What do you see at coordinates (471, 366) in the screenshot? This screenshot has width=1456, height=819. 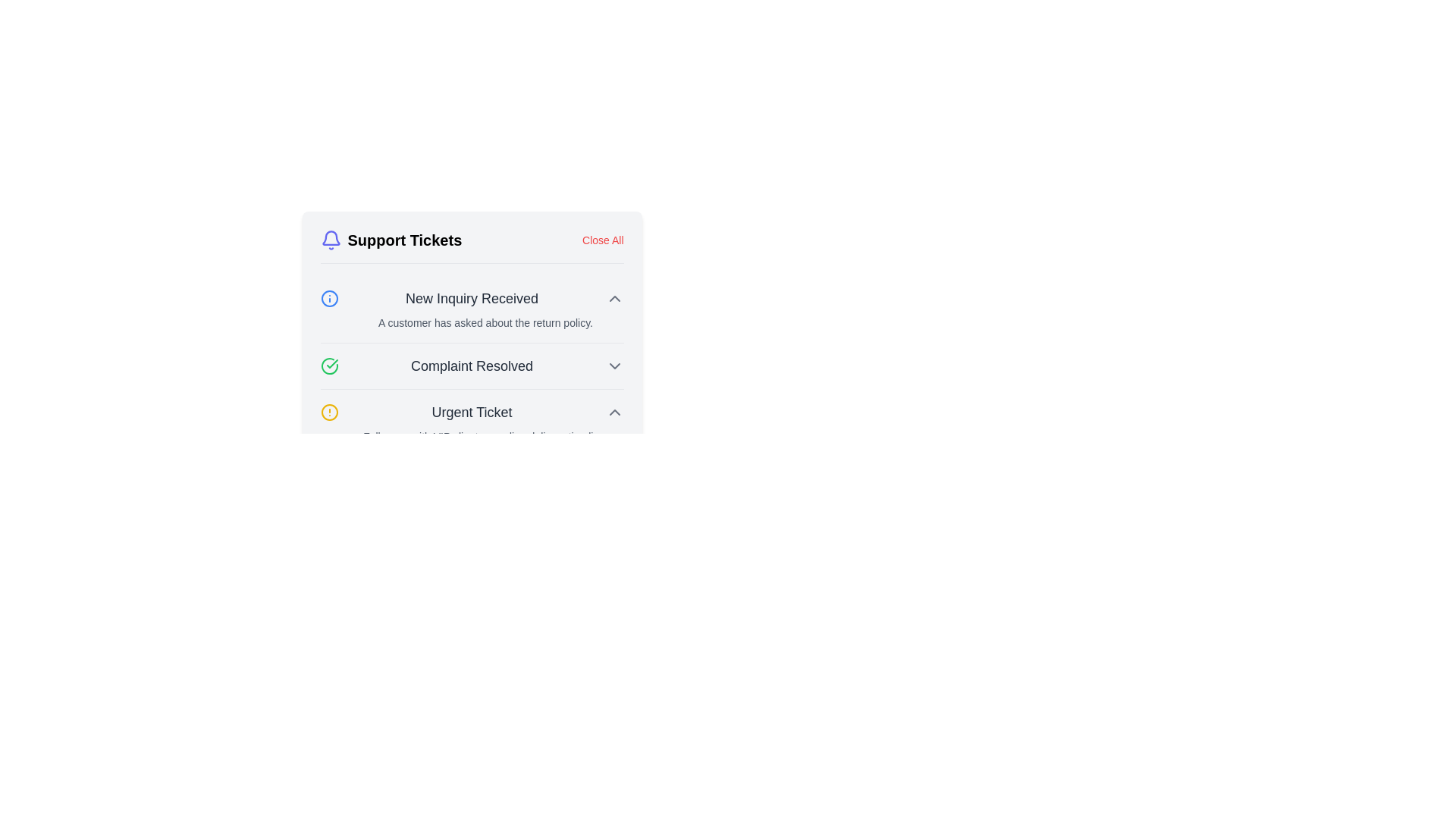 I see `on the second expandable list item labeled 'Complaint Resolved' which is located beneath 'New Inquiry Received' and above 'Urgent Ticket'` at bounding box center [471, 366].